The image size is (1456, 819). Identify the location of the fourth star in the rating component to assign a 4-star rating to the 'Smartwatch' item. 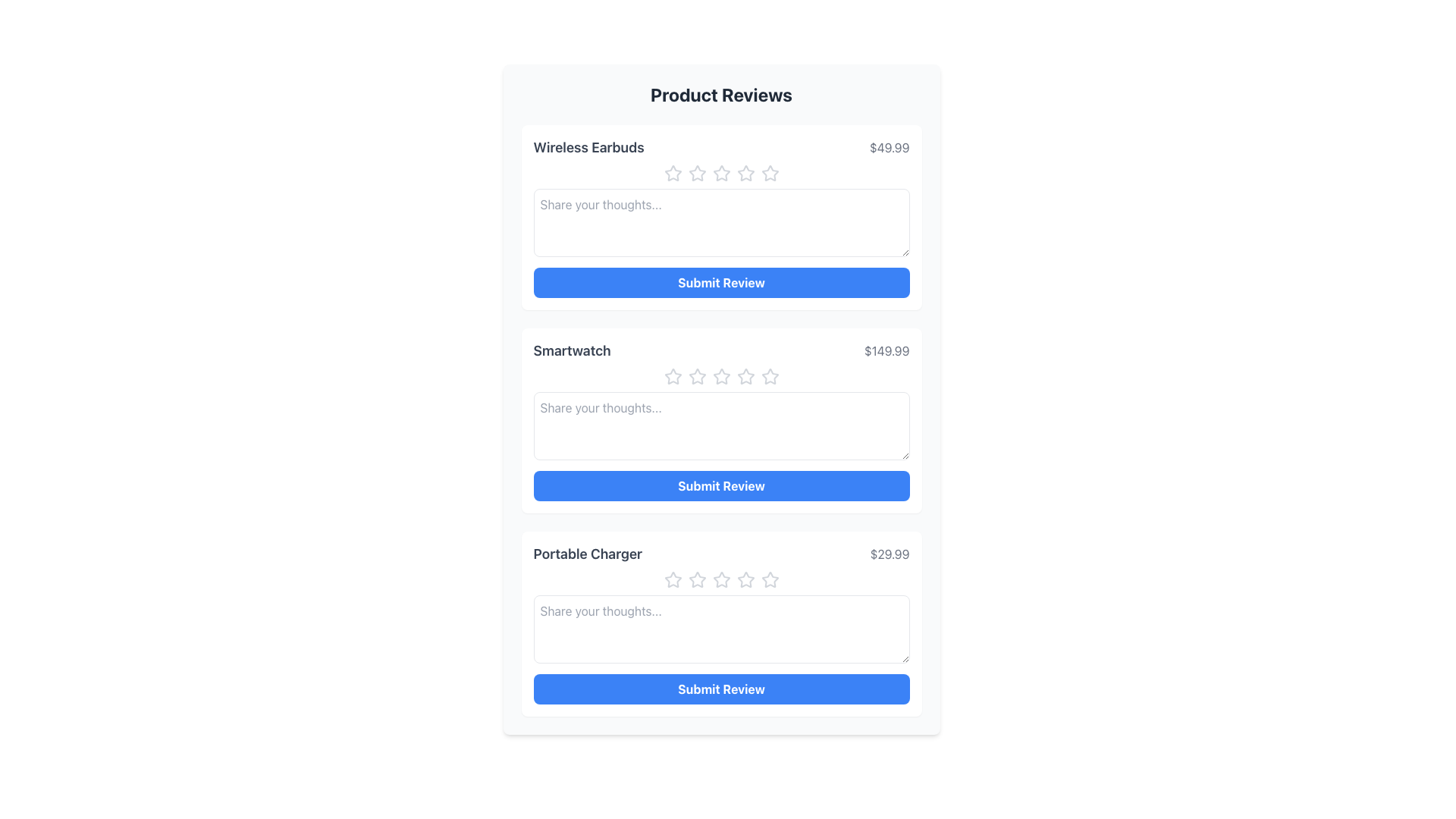
(745, 376).